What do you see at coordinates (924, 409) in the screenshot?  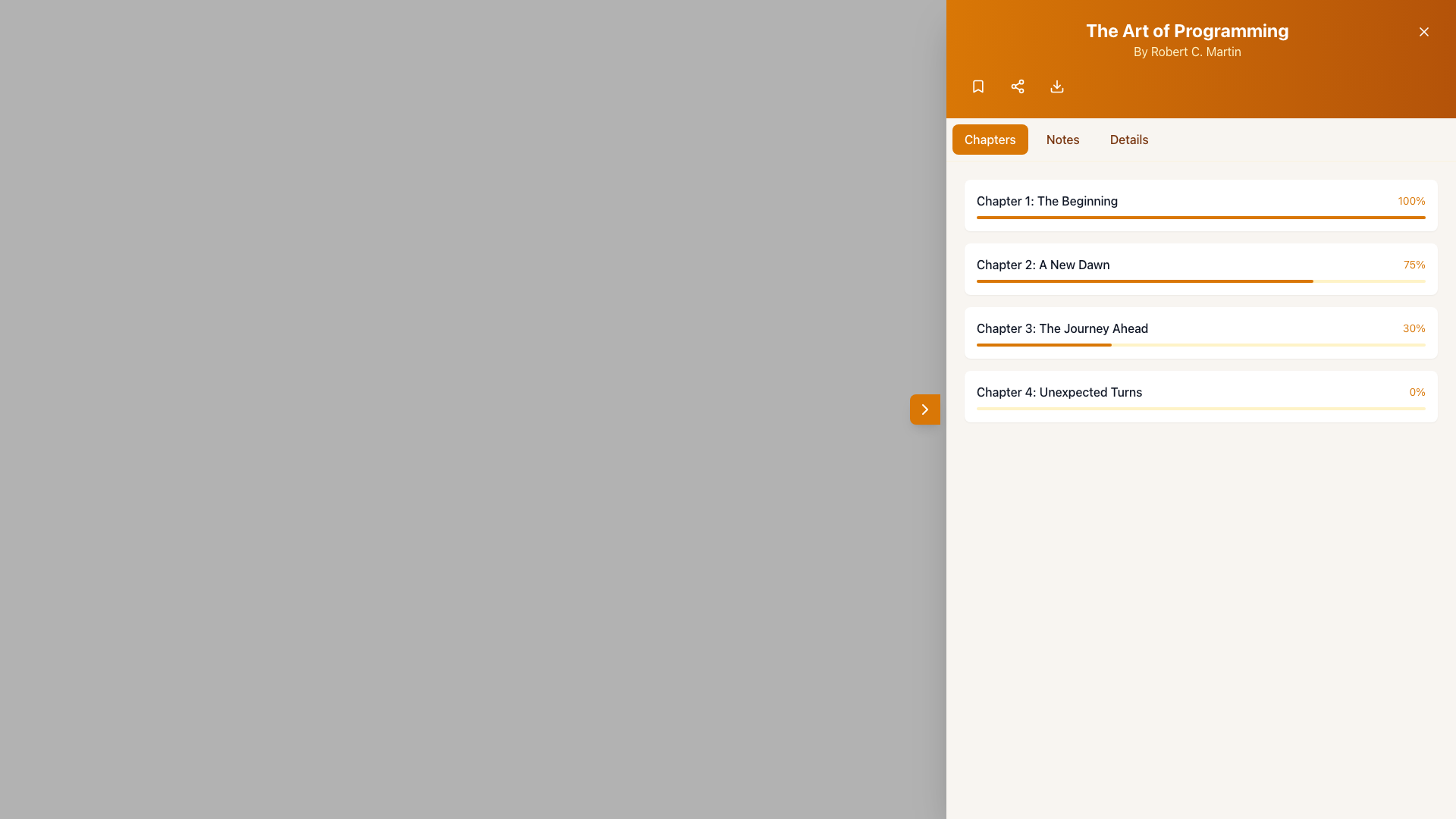 I see `the right-facing arrow icon` at bounding box center [924, 409].